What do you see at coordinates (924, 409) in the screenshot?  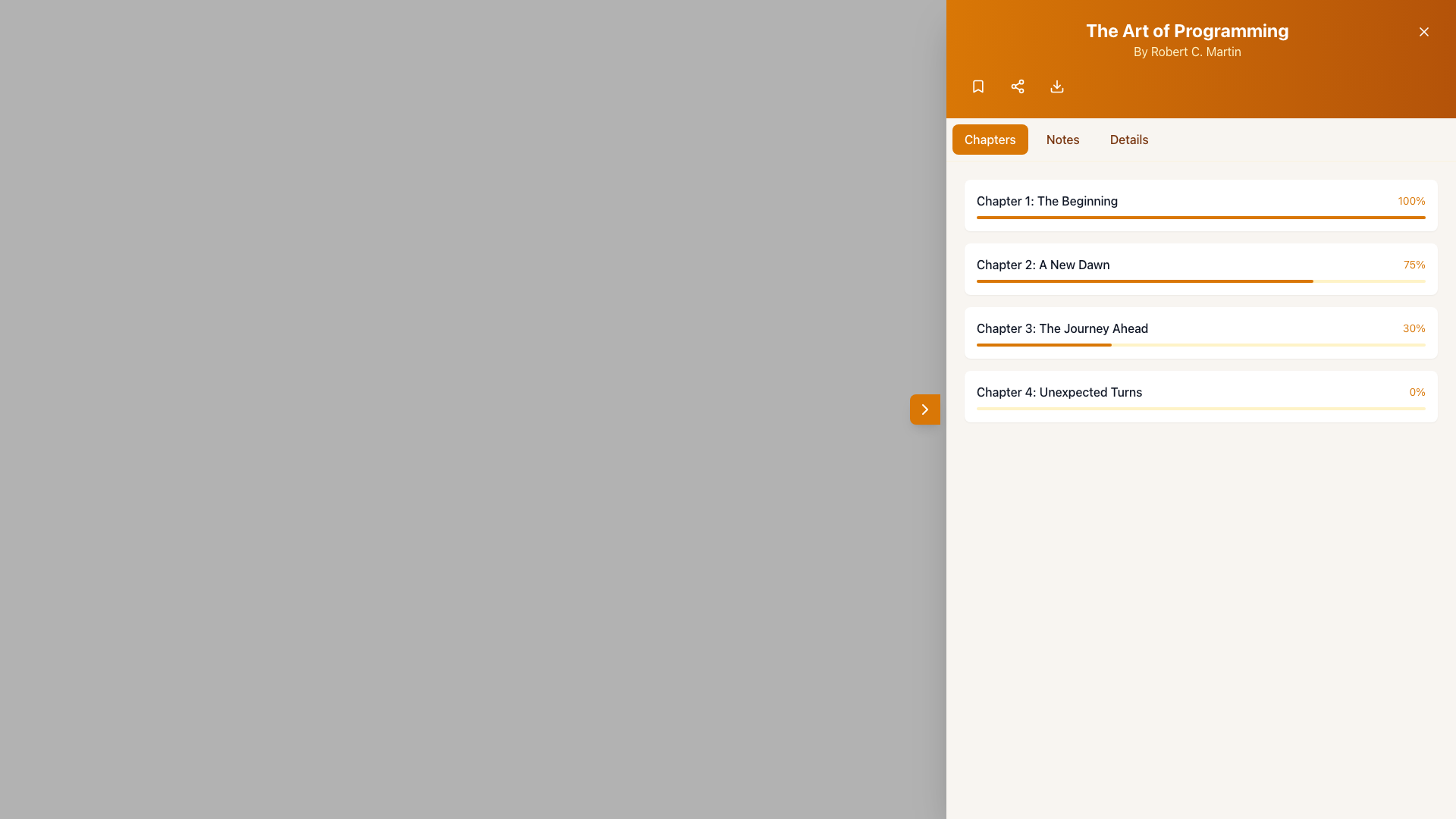 I see `the right-facing arrow icon` at bounding box center [924, 409].